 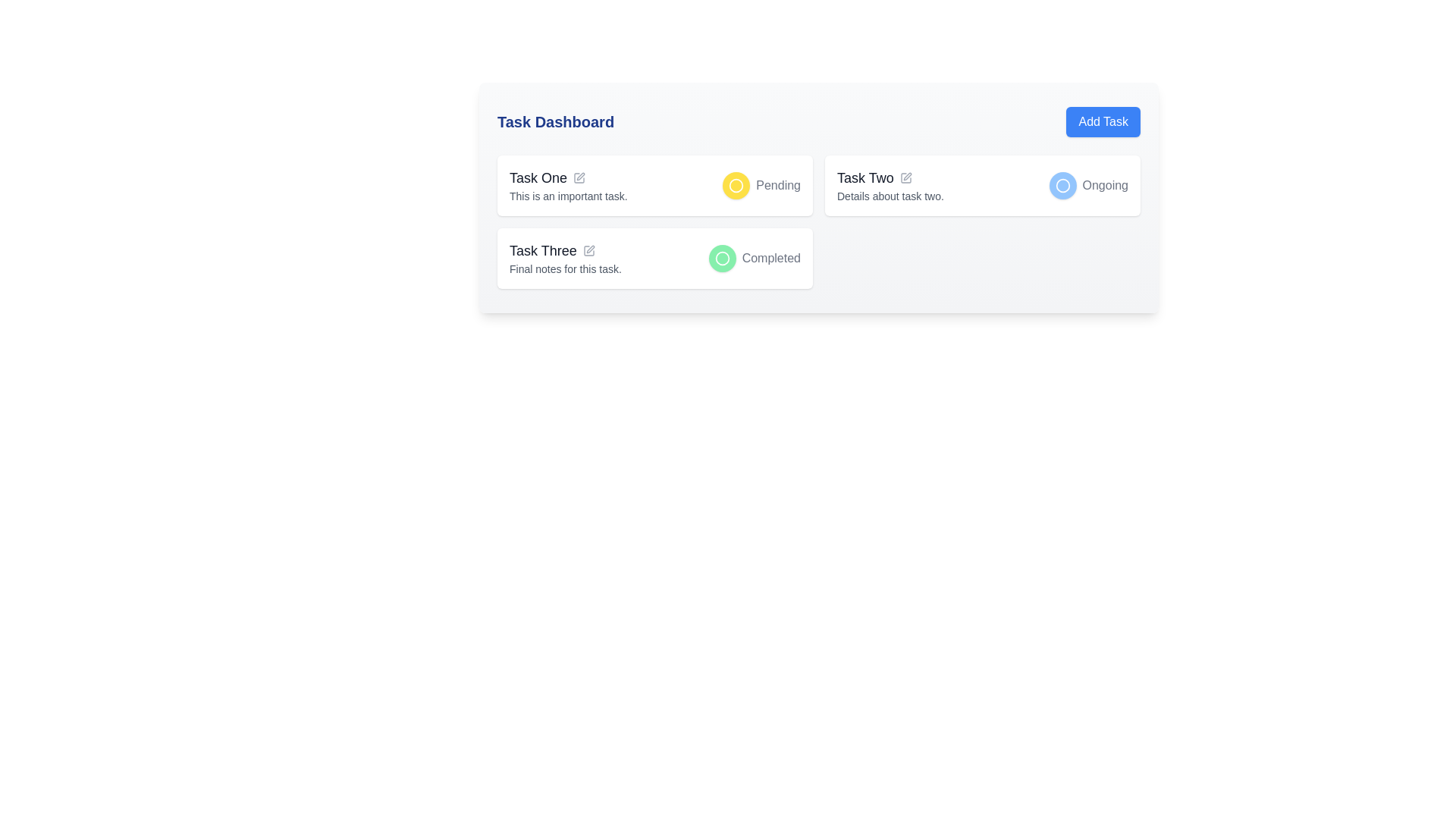 I want to click on the Text Label displaying 'Task Three', so click(x=543, y=250).